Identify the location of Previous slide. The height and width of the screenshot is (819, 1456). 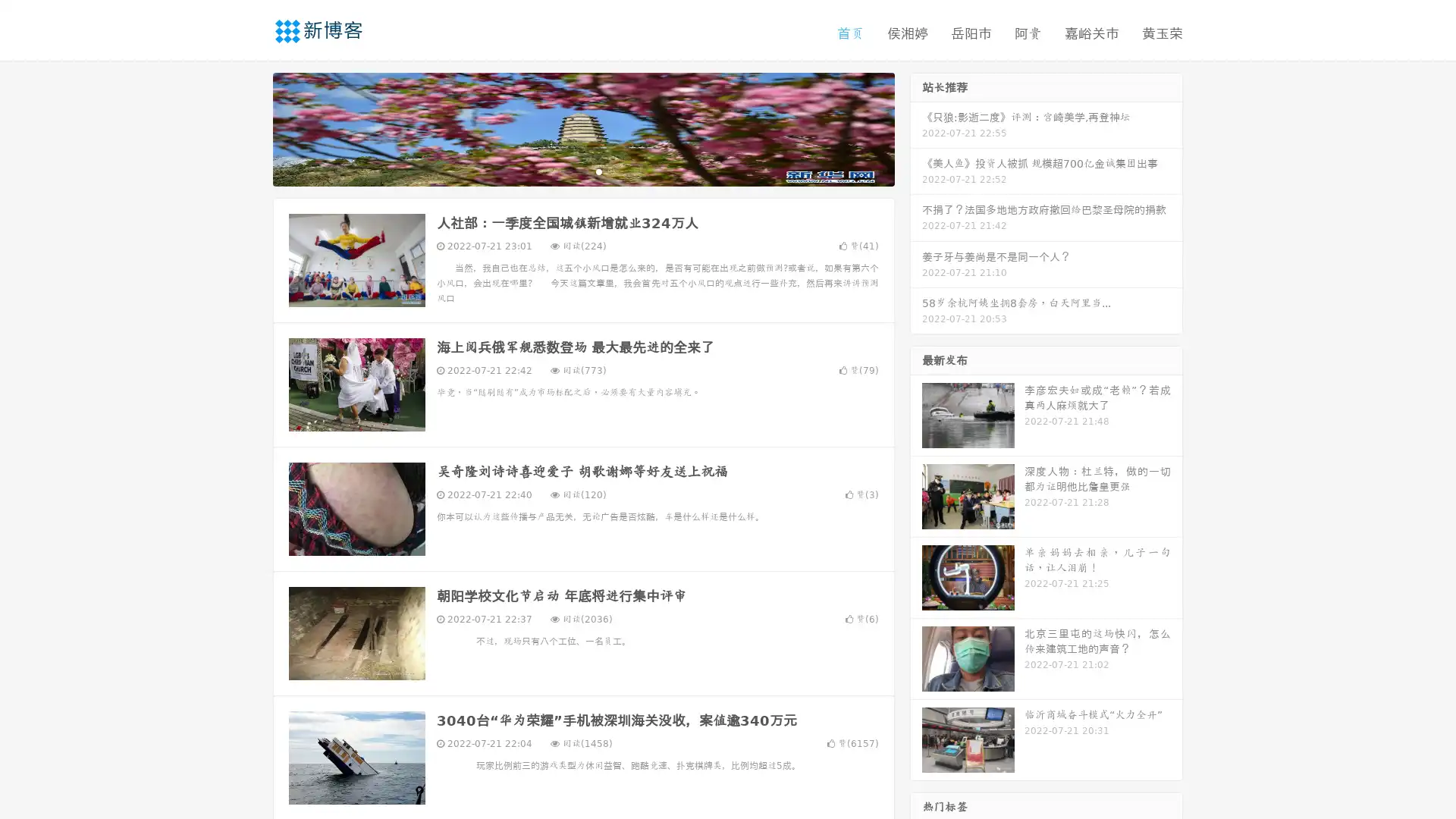
(250, 127).